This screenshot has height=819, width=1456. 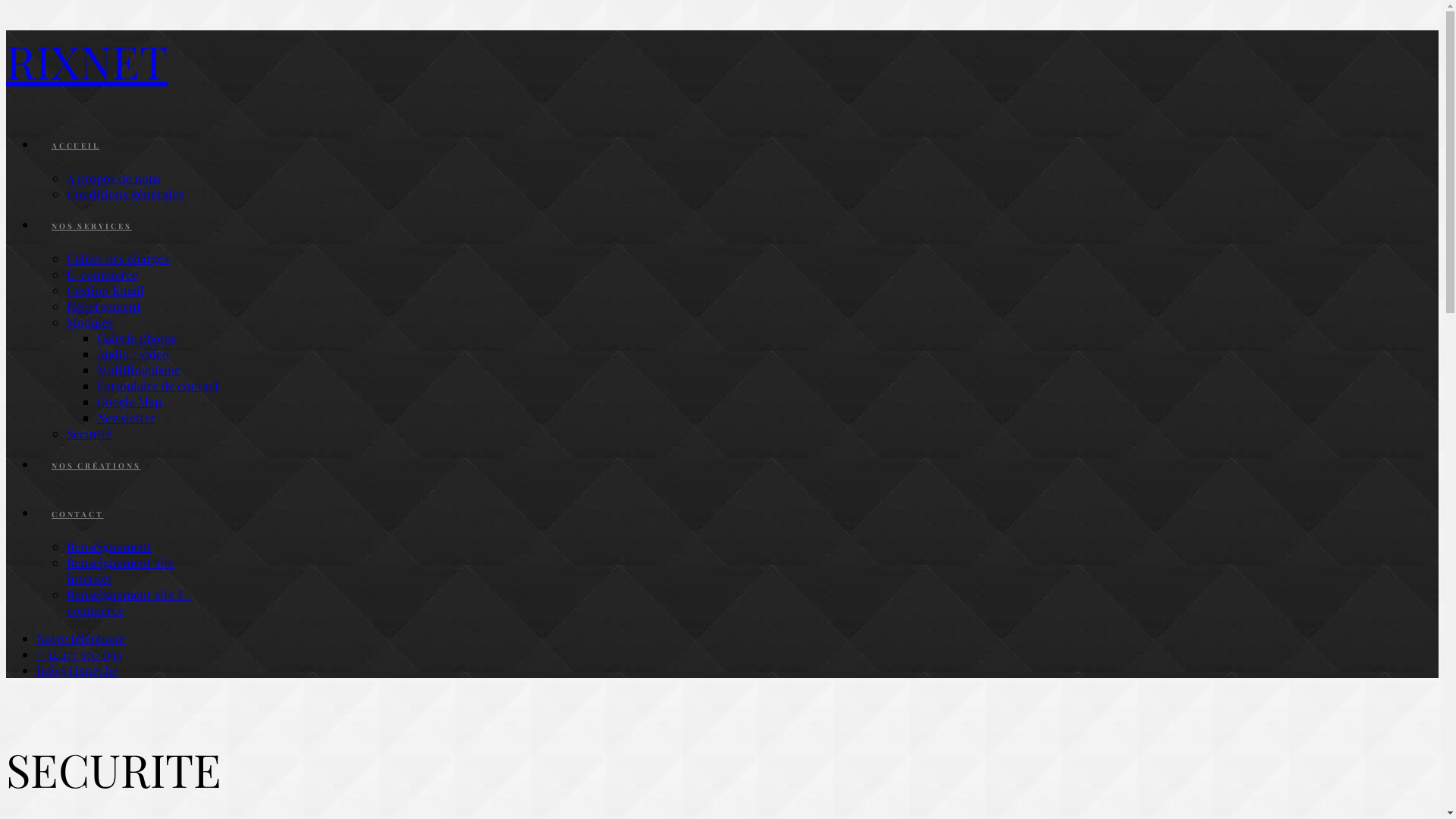 I want to click on 'Audio / video', so click(x=96, y=353).